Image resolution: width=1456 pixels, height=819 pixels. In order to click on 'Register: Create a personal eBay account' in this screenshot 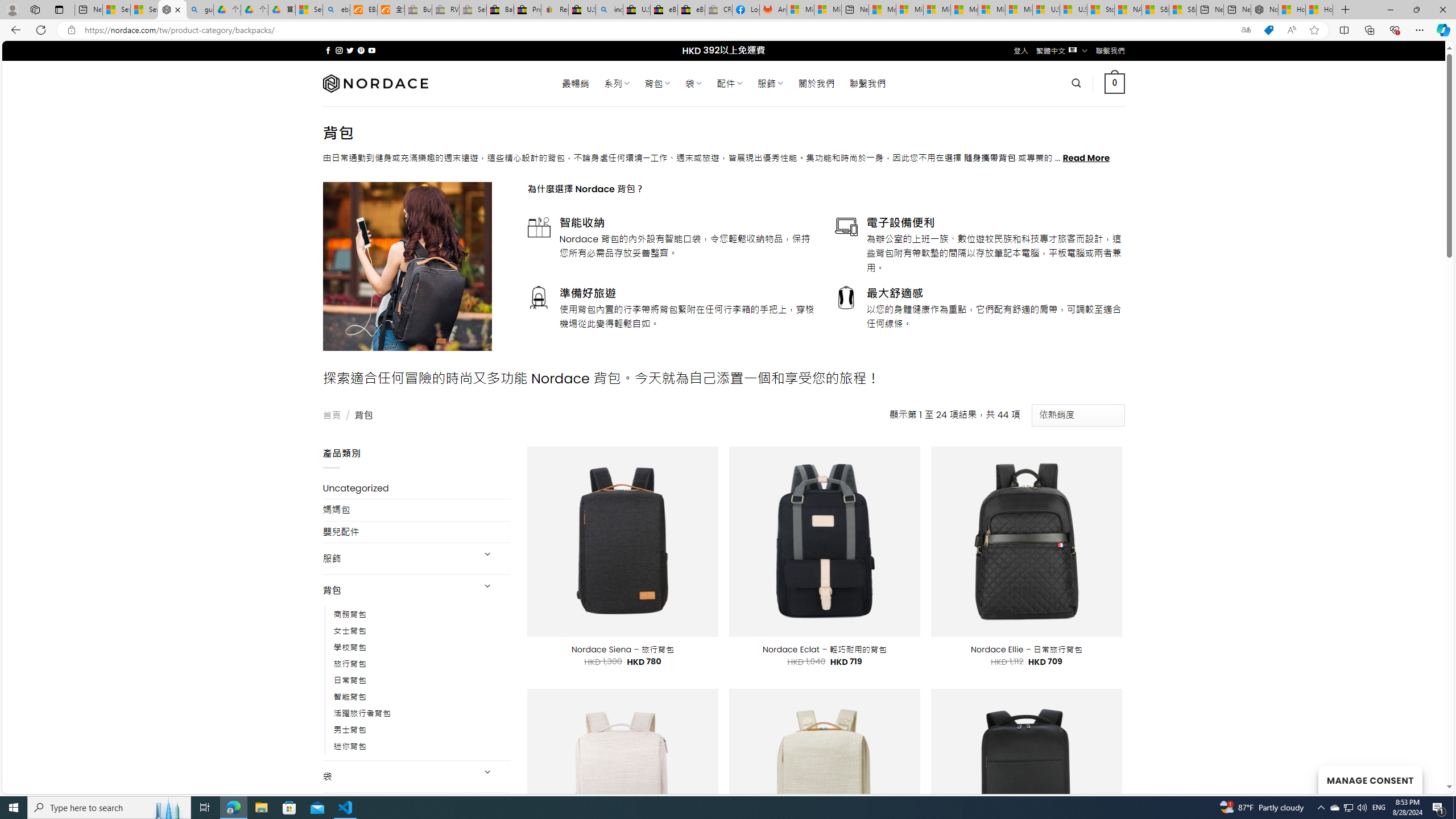, I will do `click(554, 9)`.